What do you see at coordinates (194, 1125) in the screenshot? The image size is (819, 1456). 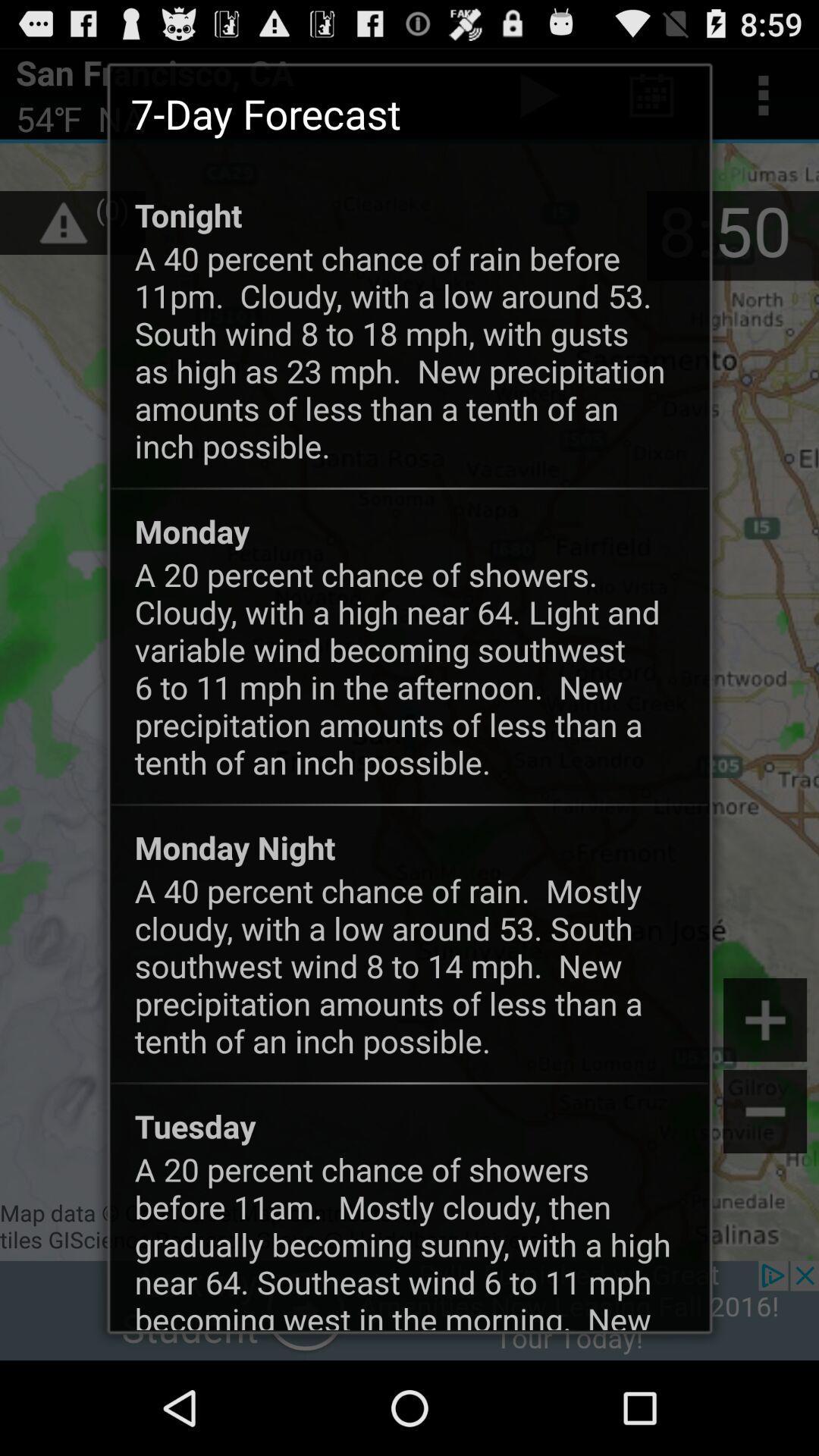 I see `the icon above the a 20 percent` at bounding box center [194, 1125].